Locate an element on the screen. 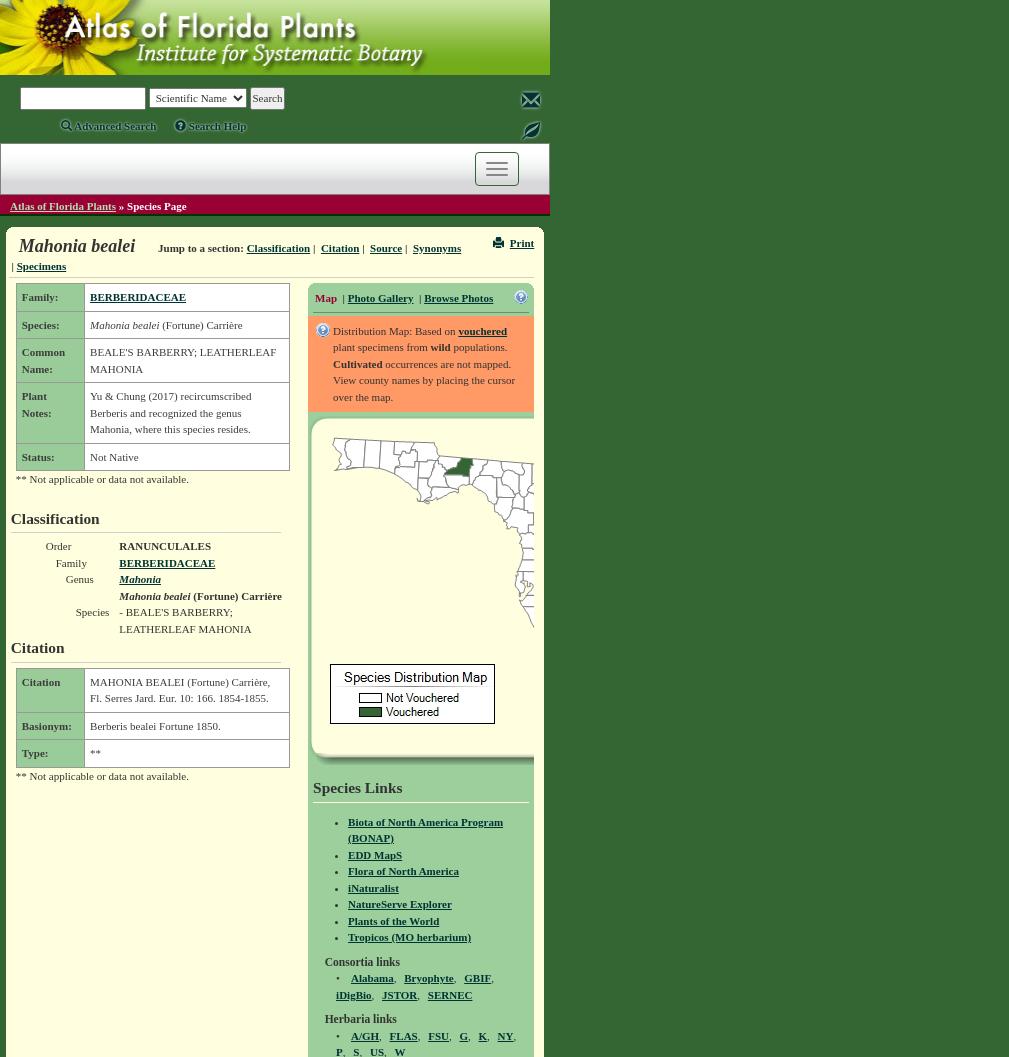 This screenshot has width=1009, height=1057. 'FLAS' is located at coordinates (401, 1034).